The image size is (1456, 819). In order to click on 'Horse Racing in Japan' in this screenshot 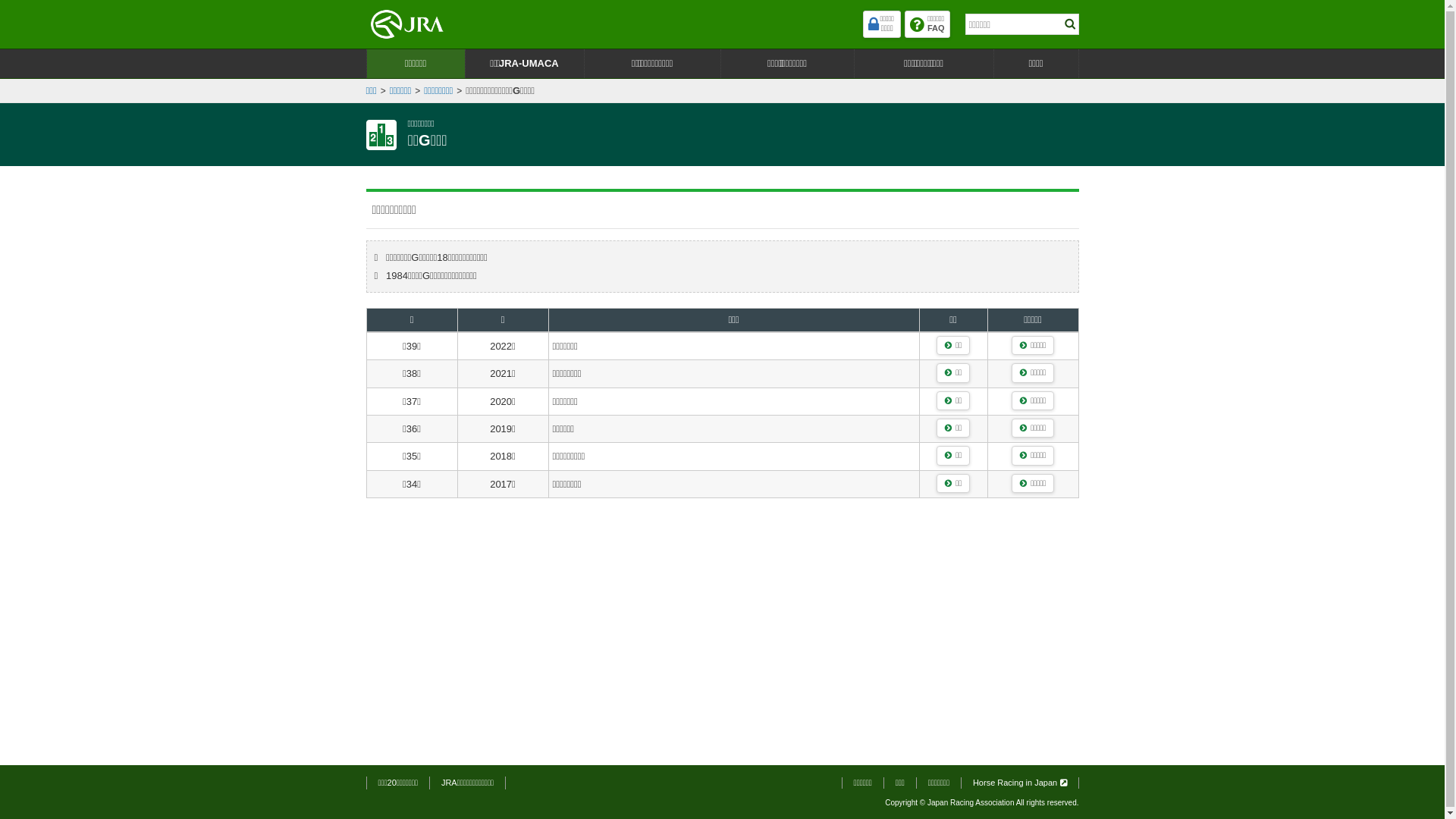, I will do `click(972, 783)`.